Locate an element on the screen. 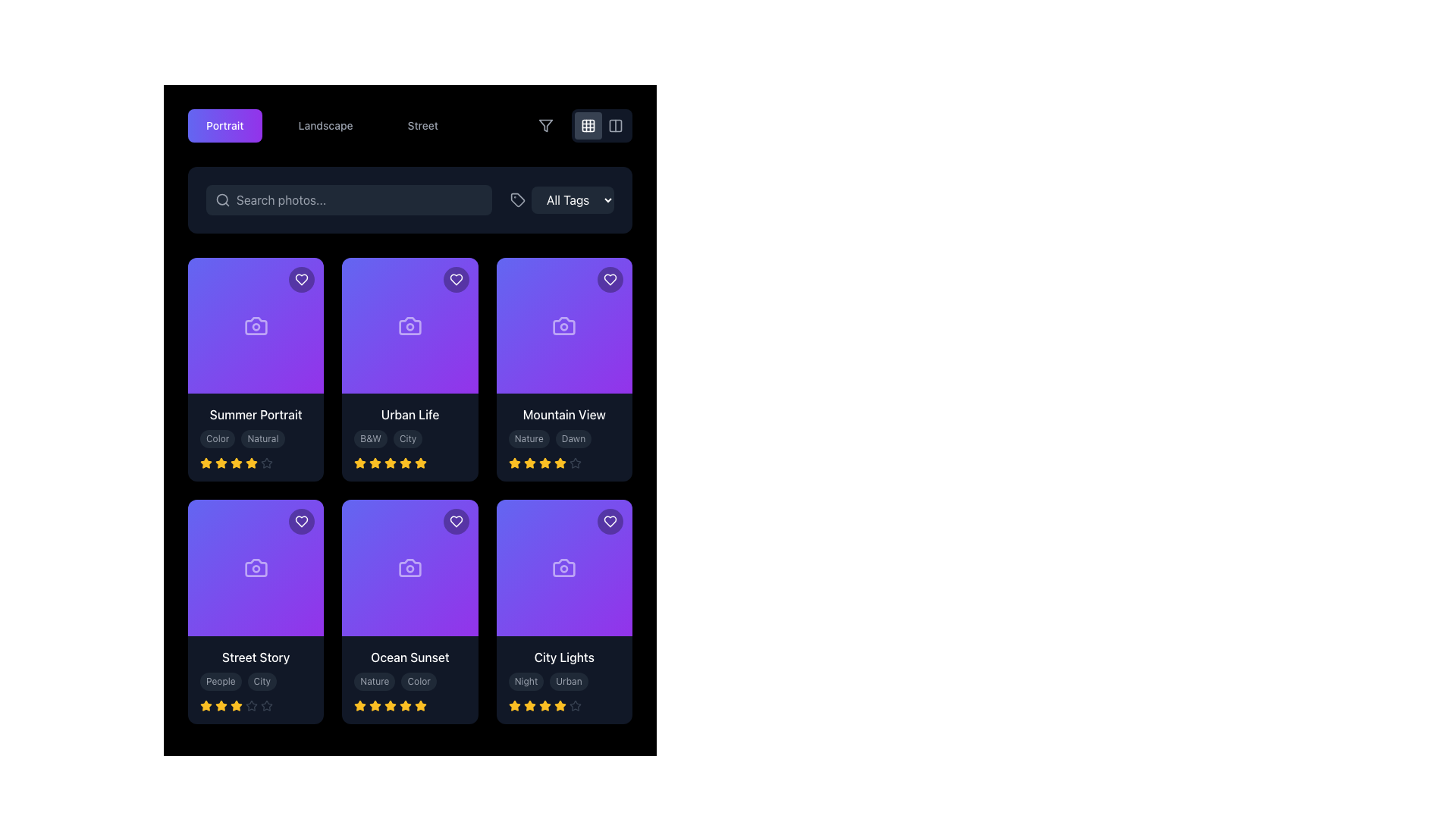 The width and height of the screenshot is (1456, 819). the fourth star icon, which is gold-colored and filled, located below the 'City Lights' card in the rating system is located at coordinates (529, 705).